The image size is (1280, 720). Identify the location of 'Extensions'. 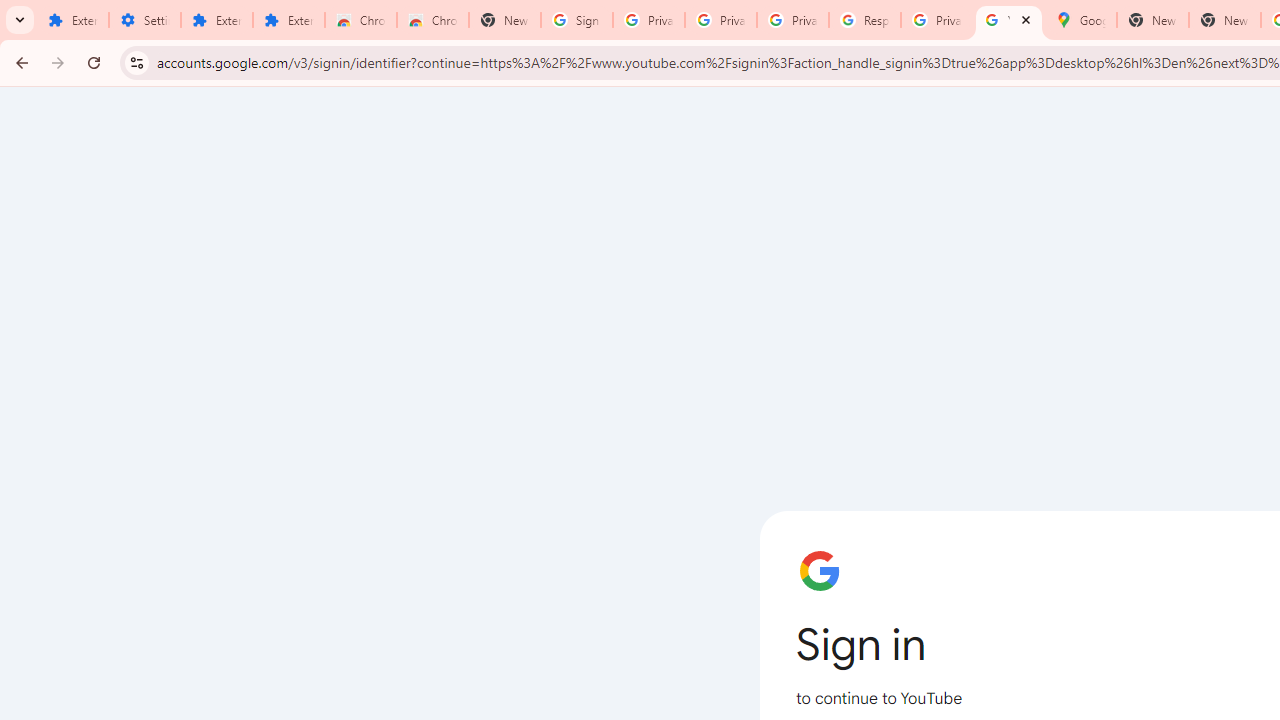
(216, 20).